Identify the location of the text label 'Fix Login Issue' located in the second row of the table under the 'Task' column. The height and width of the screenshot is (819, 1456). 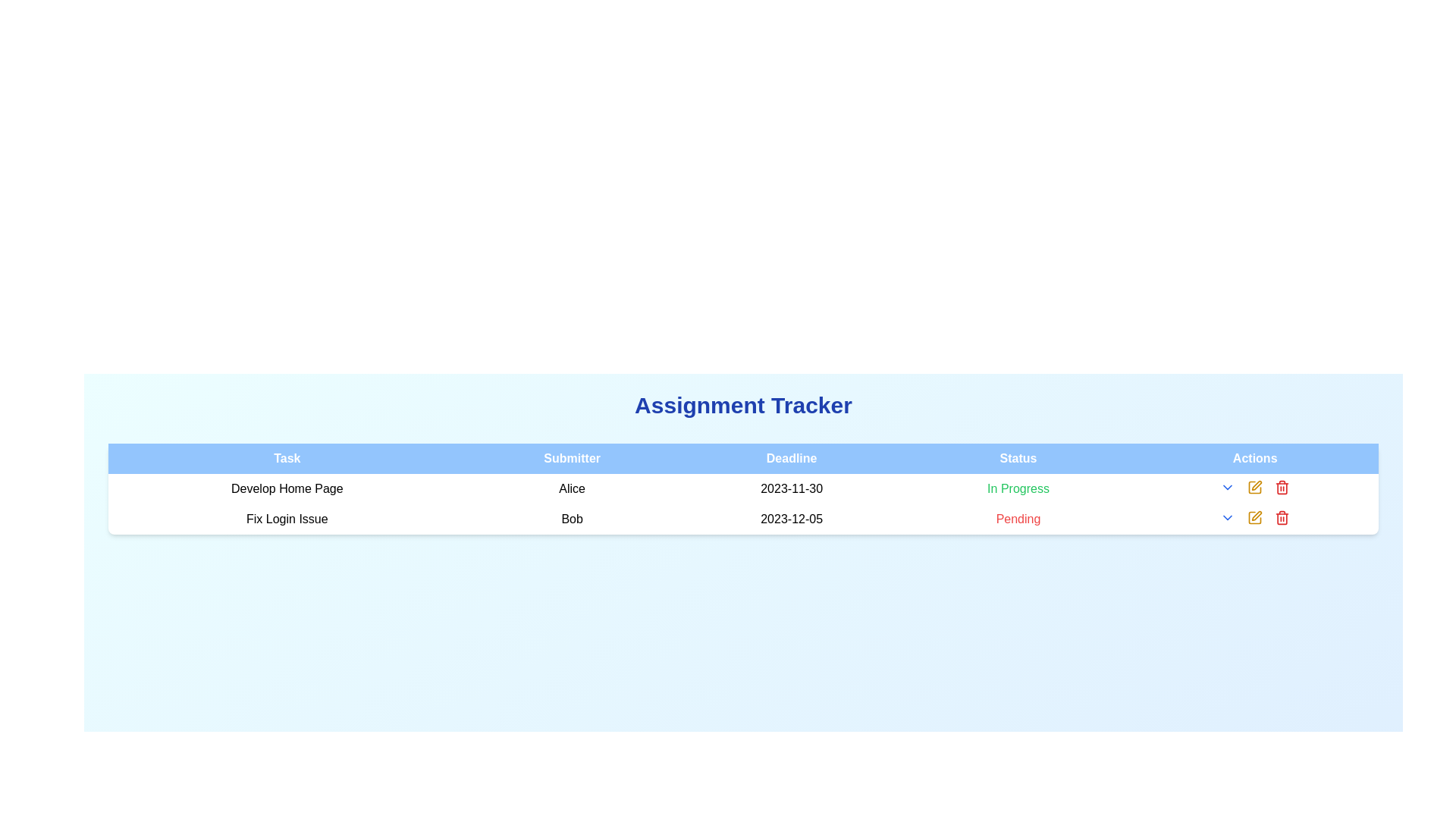
(287, 519).